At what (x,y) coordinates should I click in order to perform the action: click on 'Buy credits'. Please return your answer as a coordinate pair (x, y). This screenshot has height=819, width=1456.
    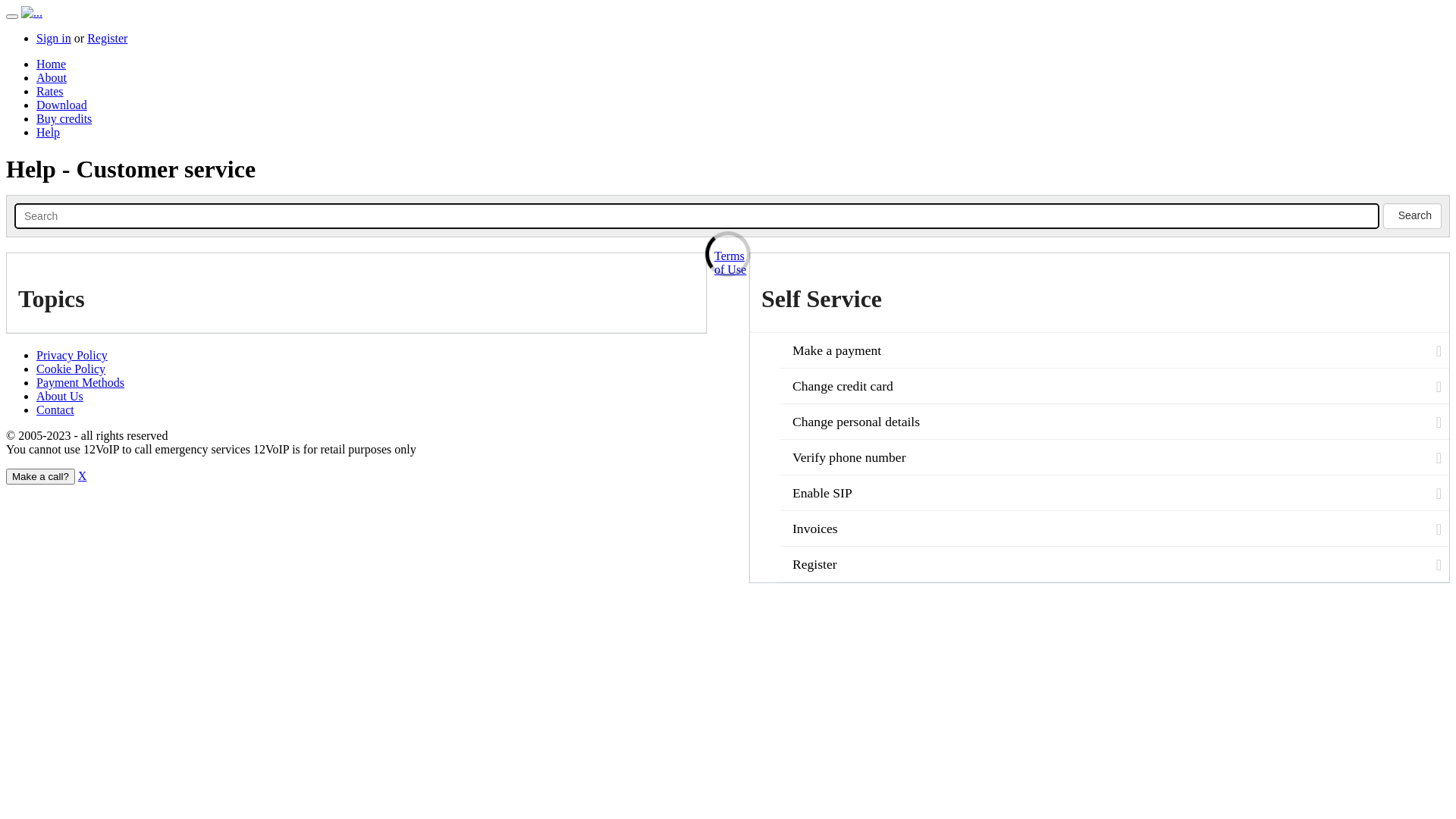
    Looking at the image, I should click on (63, 118).